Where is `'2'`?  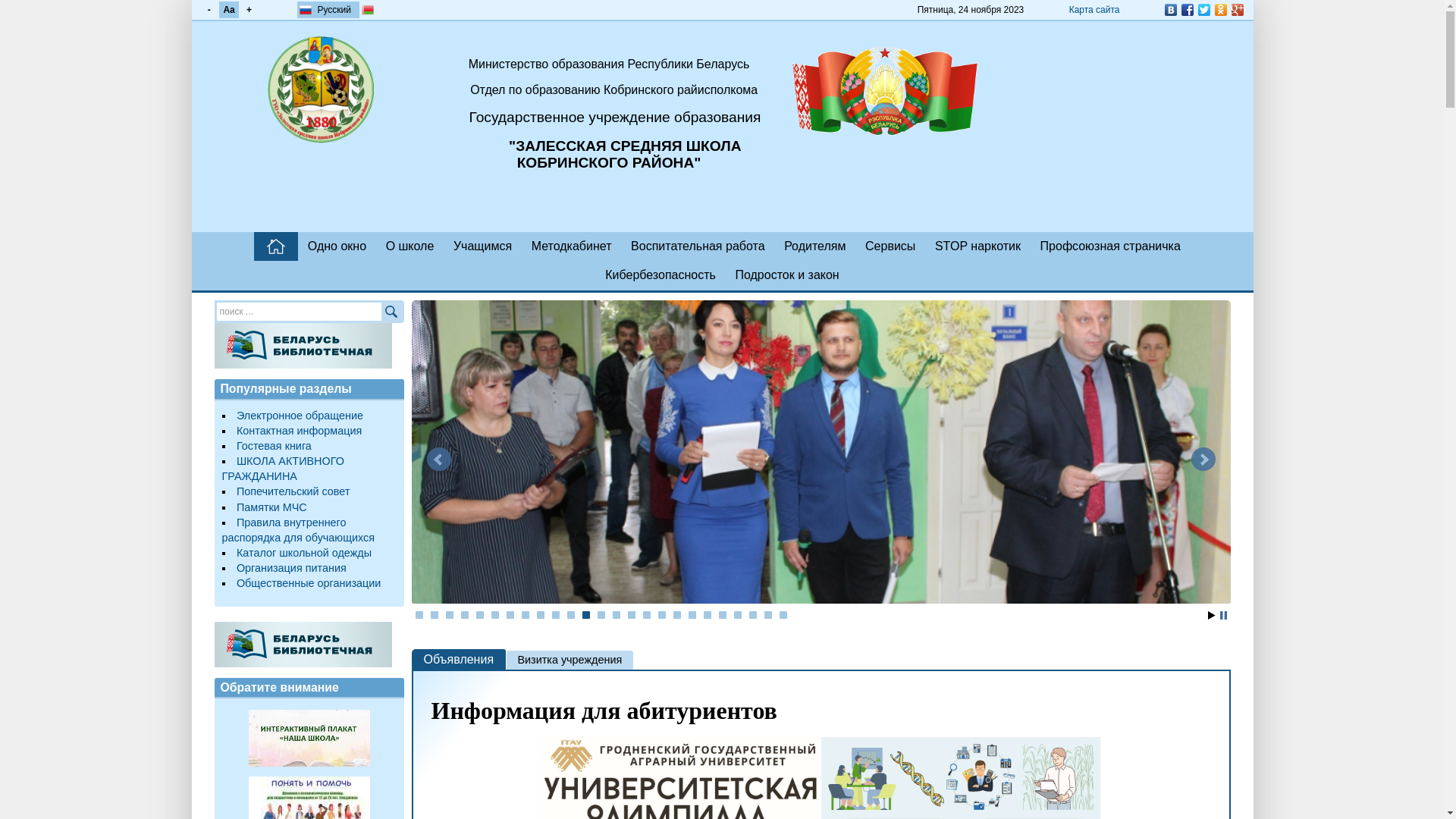
'2' is located at coordinates (433, 614).